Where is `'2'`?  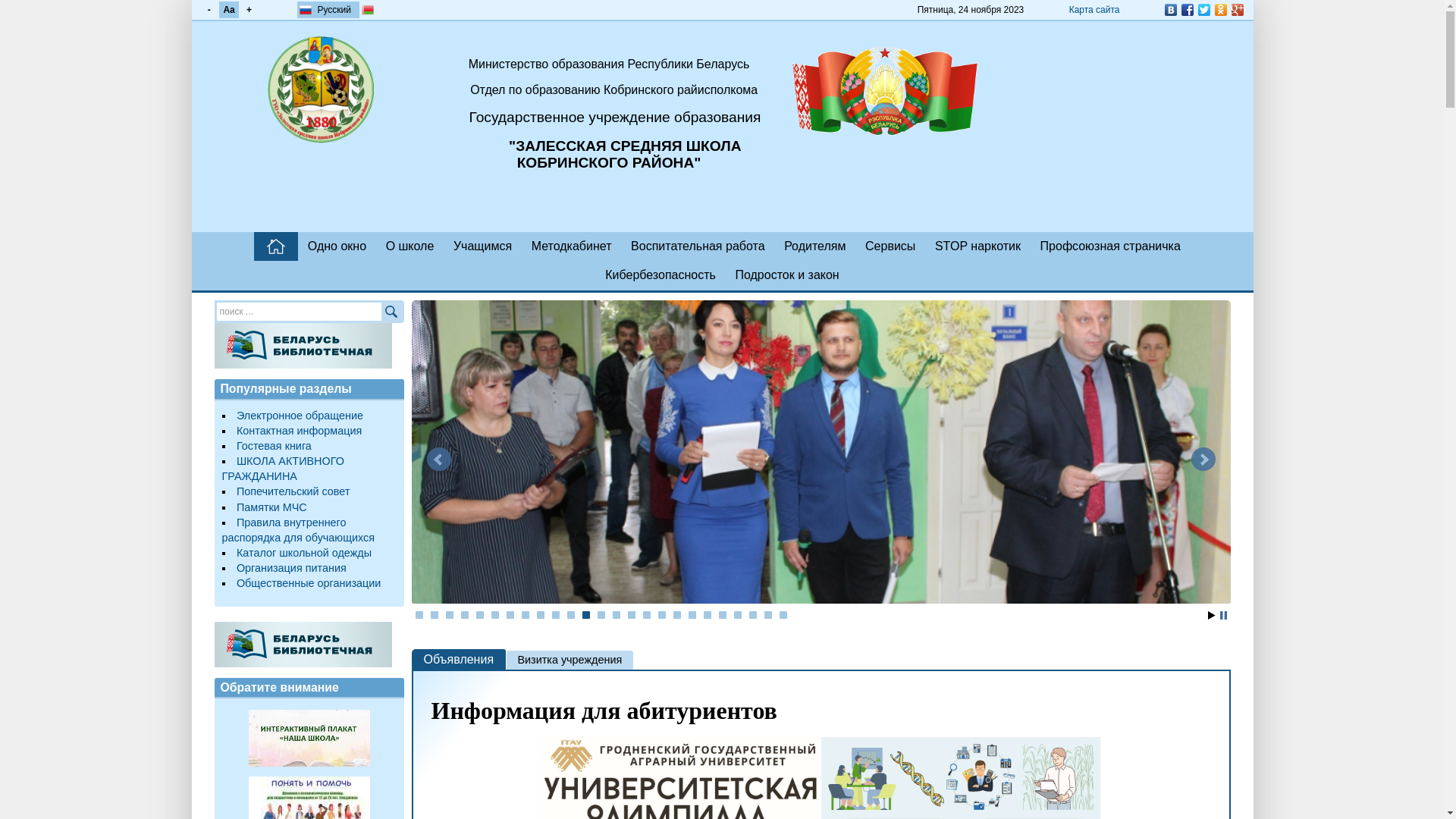
'2' is located at coordinates (433, 614).